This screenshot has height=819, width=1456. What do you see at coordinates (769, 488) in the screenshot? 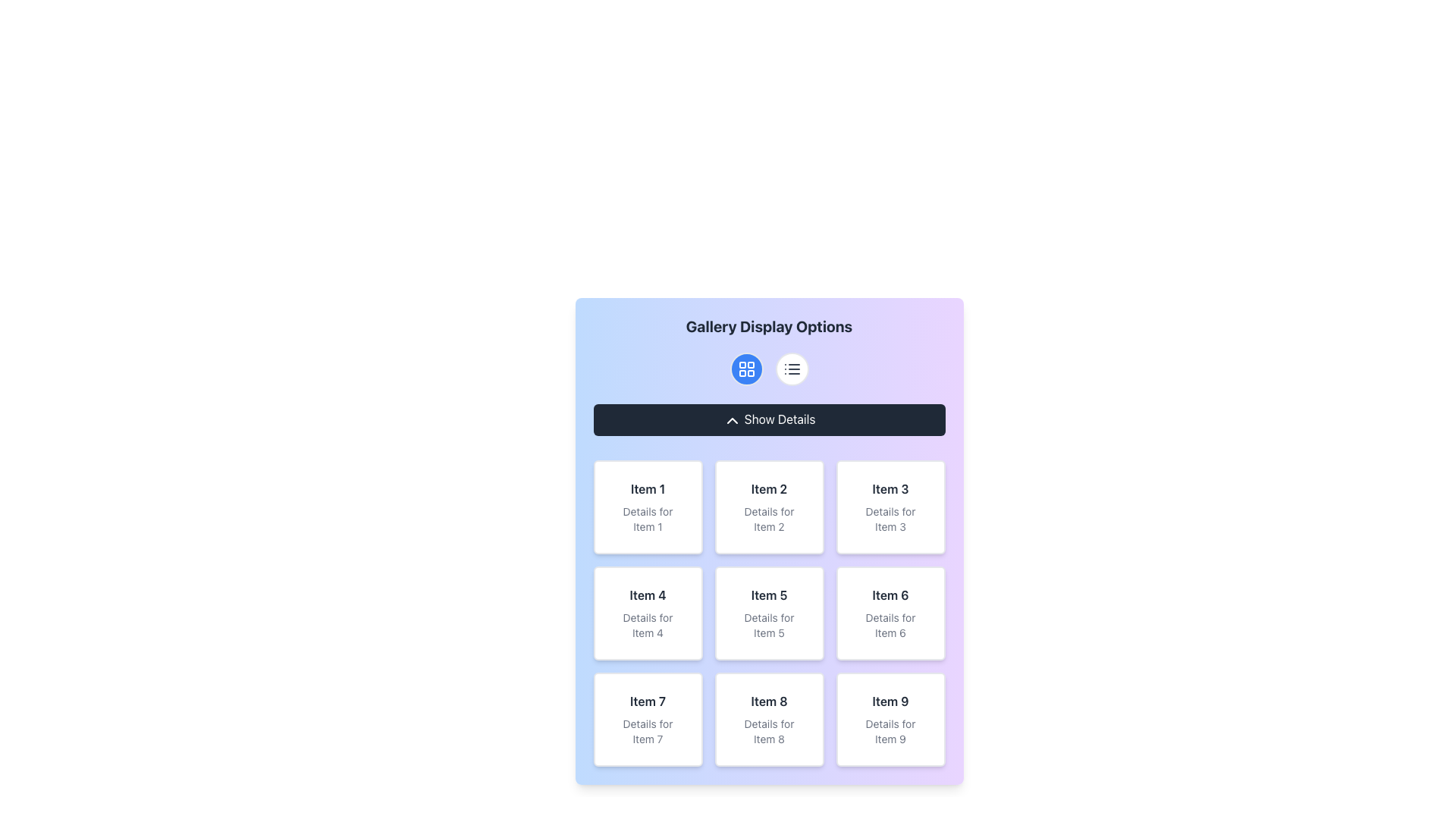
I see `the Text Label displaying 'Item 2', which is bold and dark gray, located in the second card of the first row in a 3x3 grid, for additional options` at bounding box center [769, 488].